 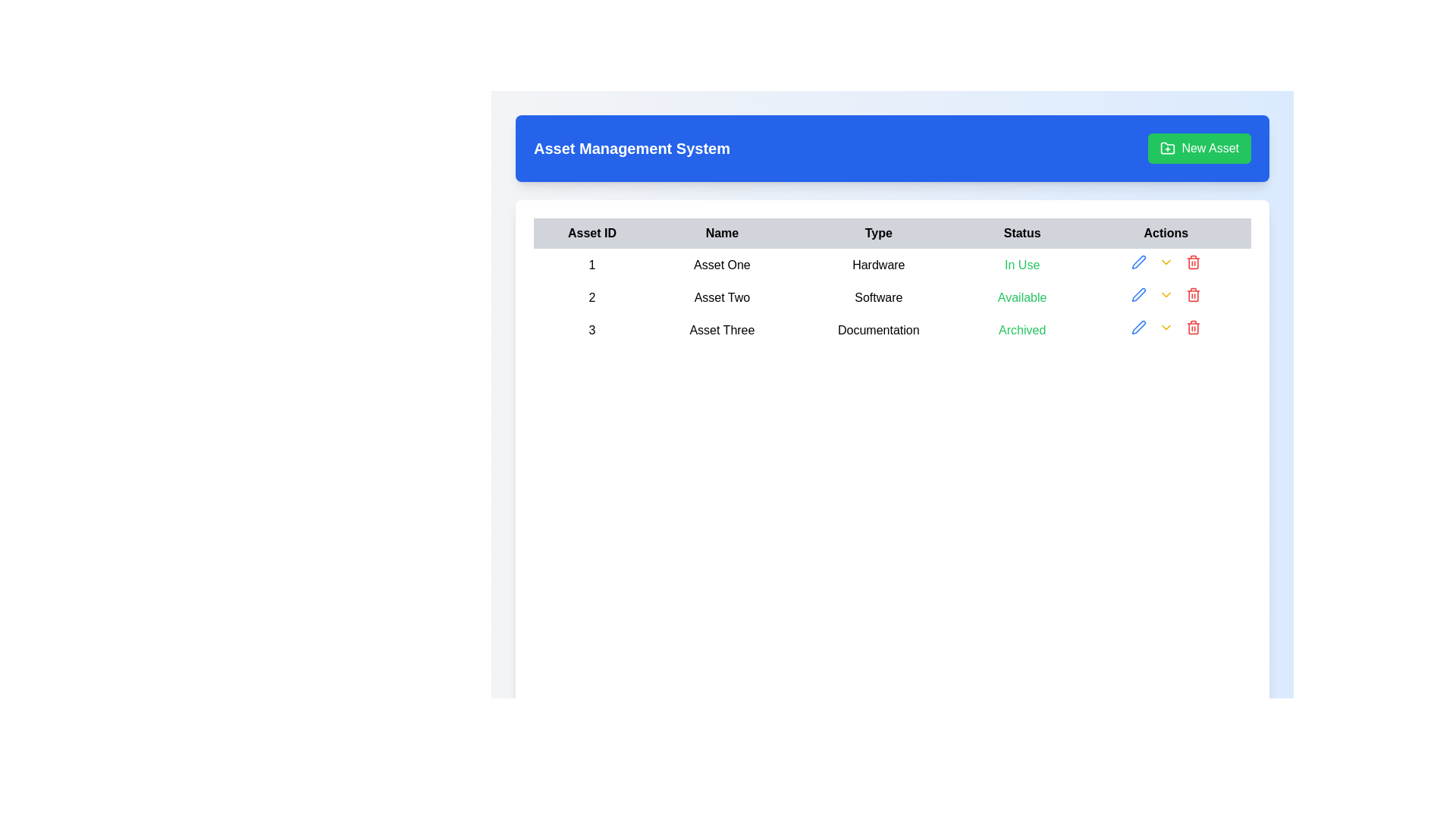 I want to click on the 'Create New Asset' button, which is located on the right side of the 'Asset Management System' title bar, so click(x=1199, y=149).